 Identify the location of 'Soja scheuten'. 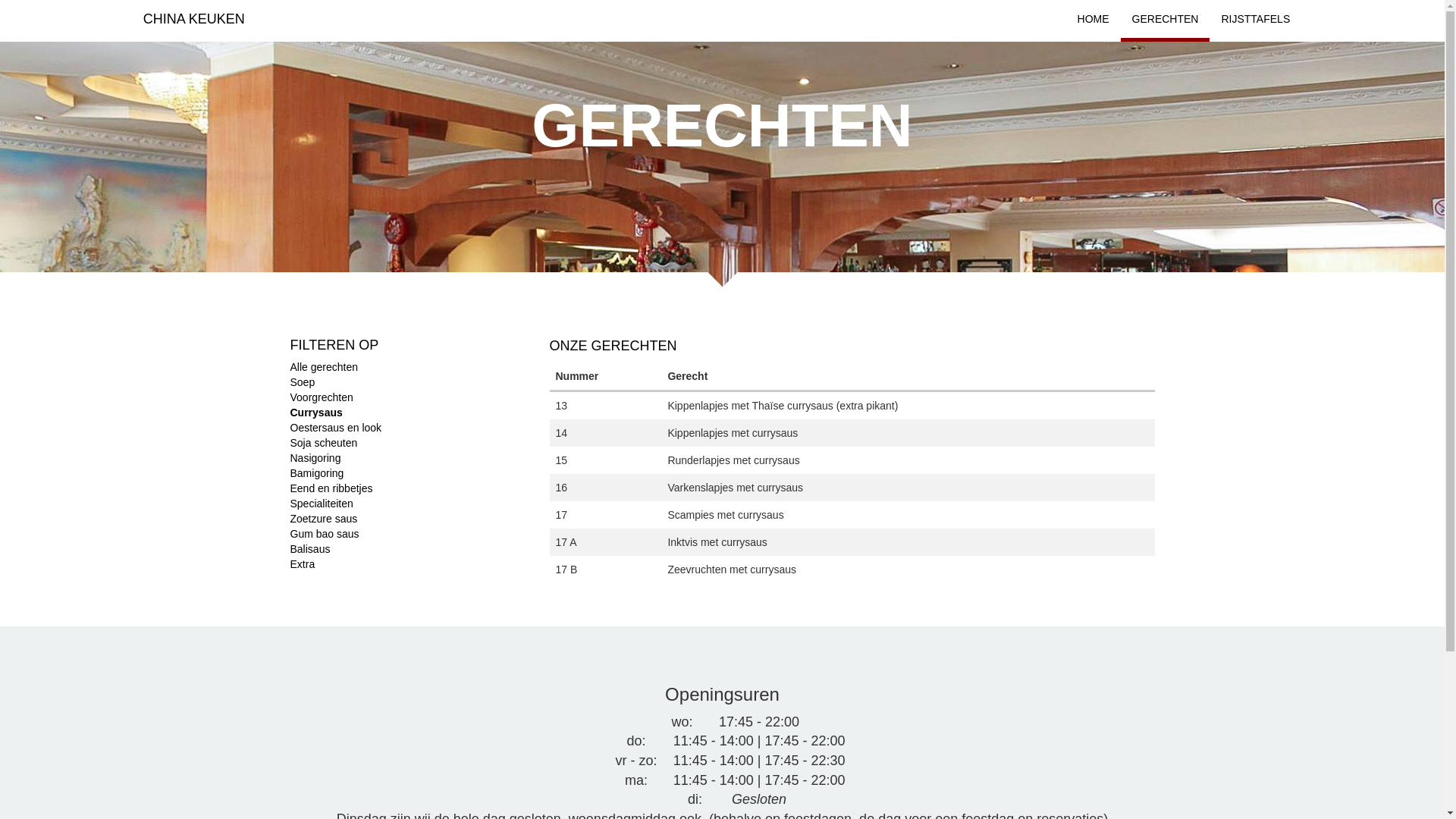
(322, 442).